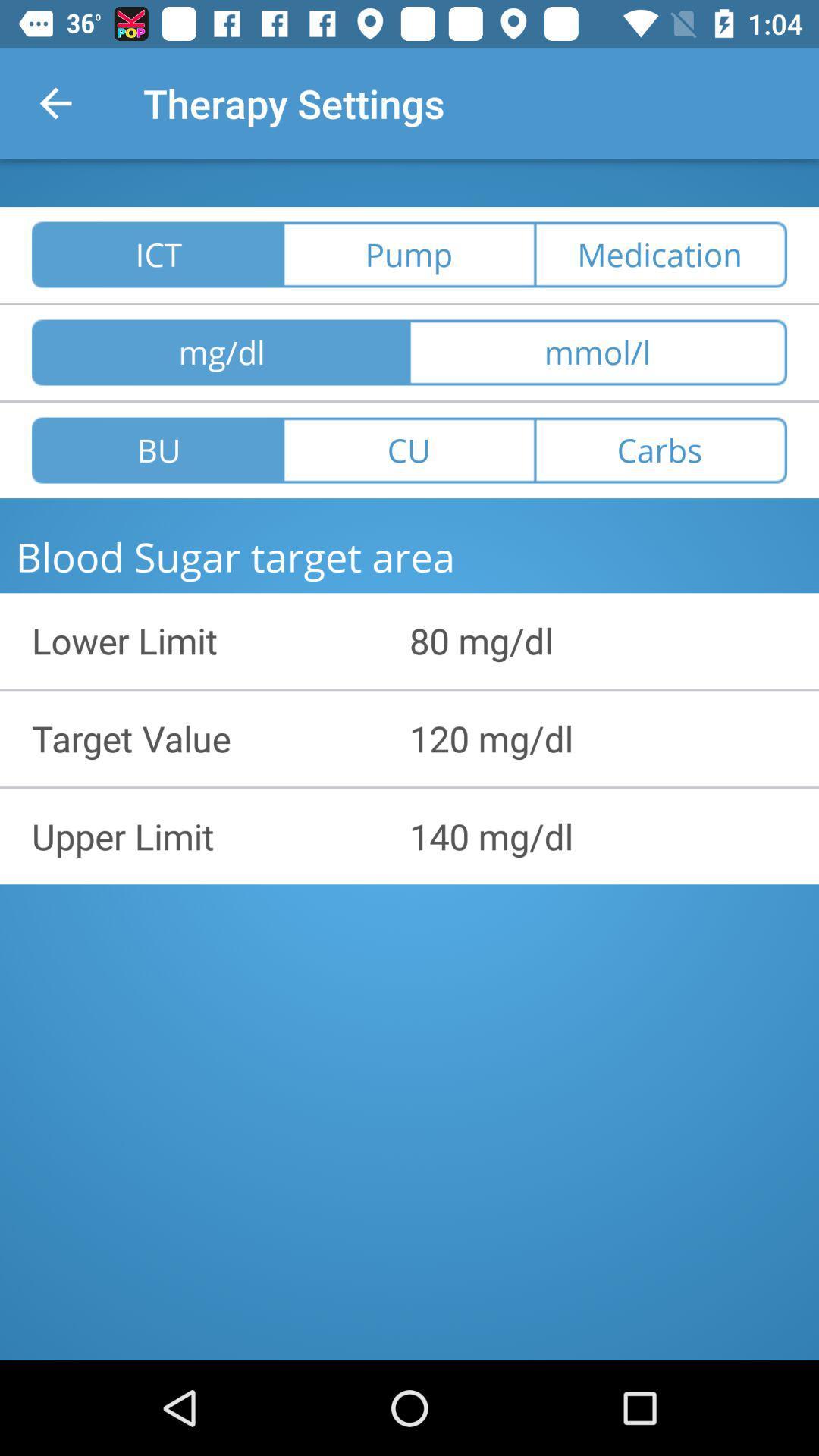 Image resolution: width=819 pixels, height=1456 pixels. I want to click on icon to the left of the pump icon, so click(157, 255).